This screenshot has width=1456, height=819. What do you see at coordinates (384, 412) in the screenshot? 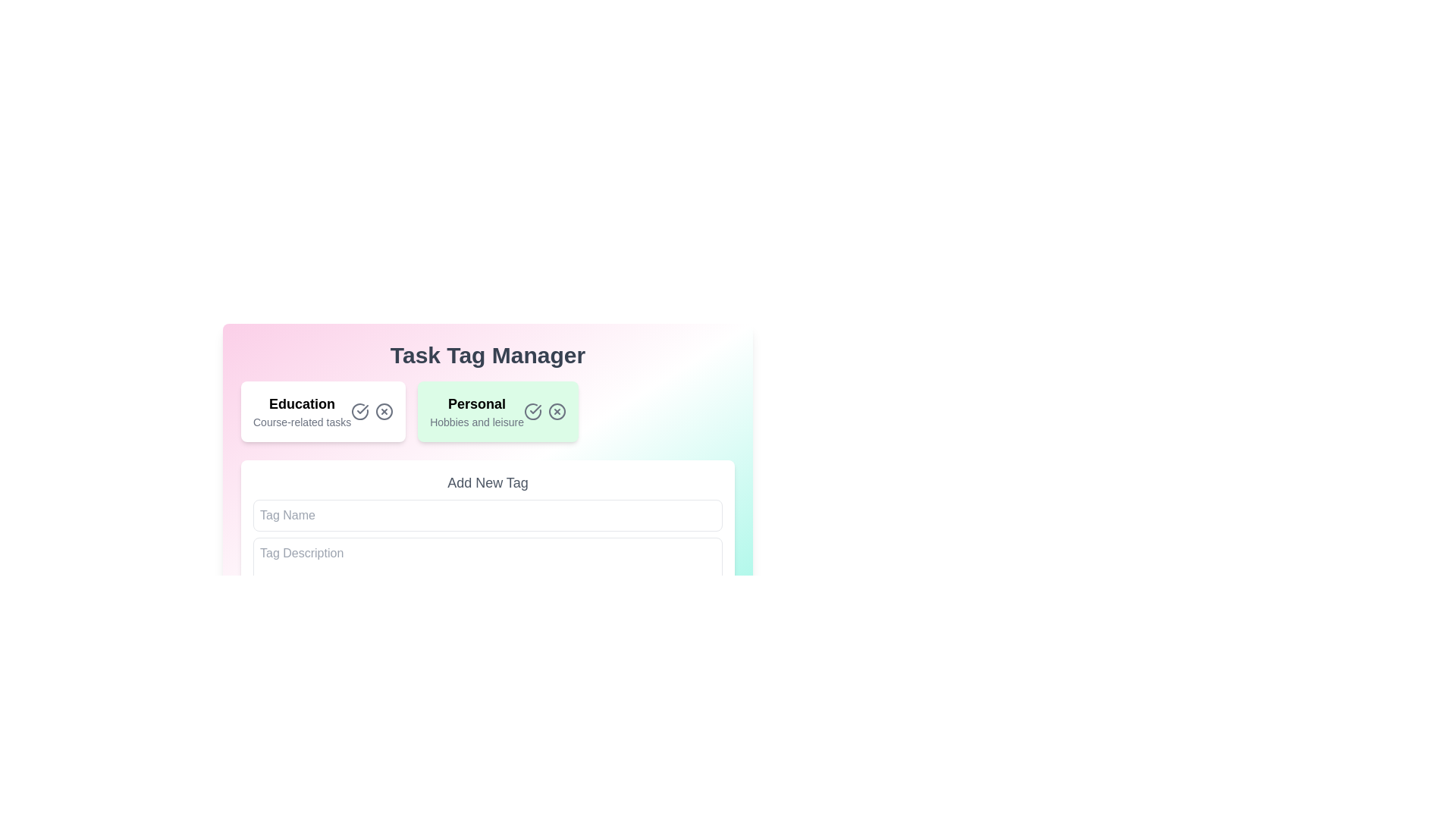
I see `the clickable icon button to the right of the 'Education' label` at bounding box center [384, 412].